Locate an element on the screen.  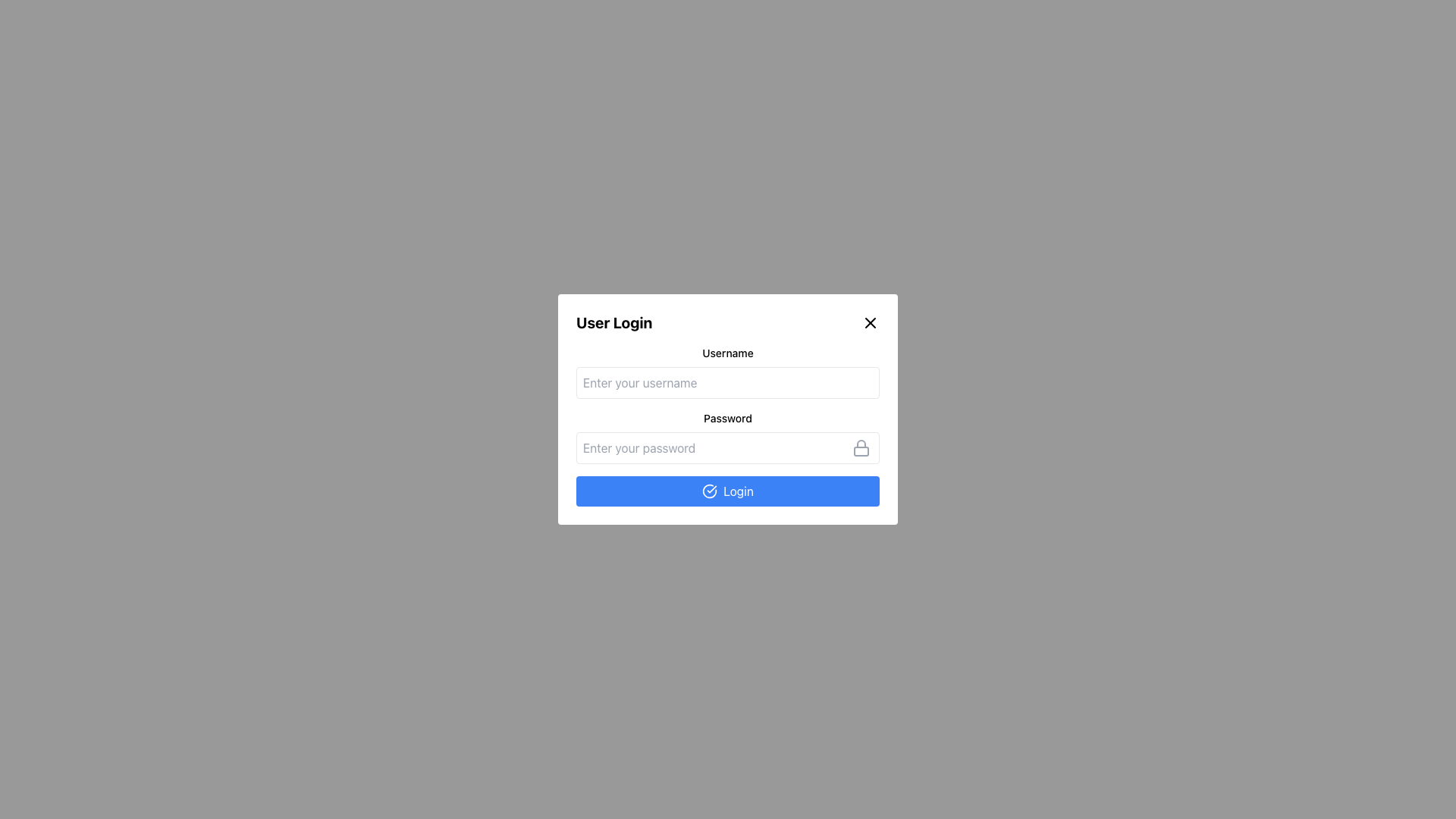
the small rectangle with rounded corners located in the lower segment of the lock icon, which is situated to the right of the password input field in the login form is located at coordinates (861, 450).